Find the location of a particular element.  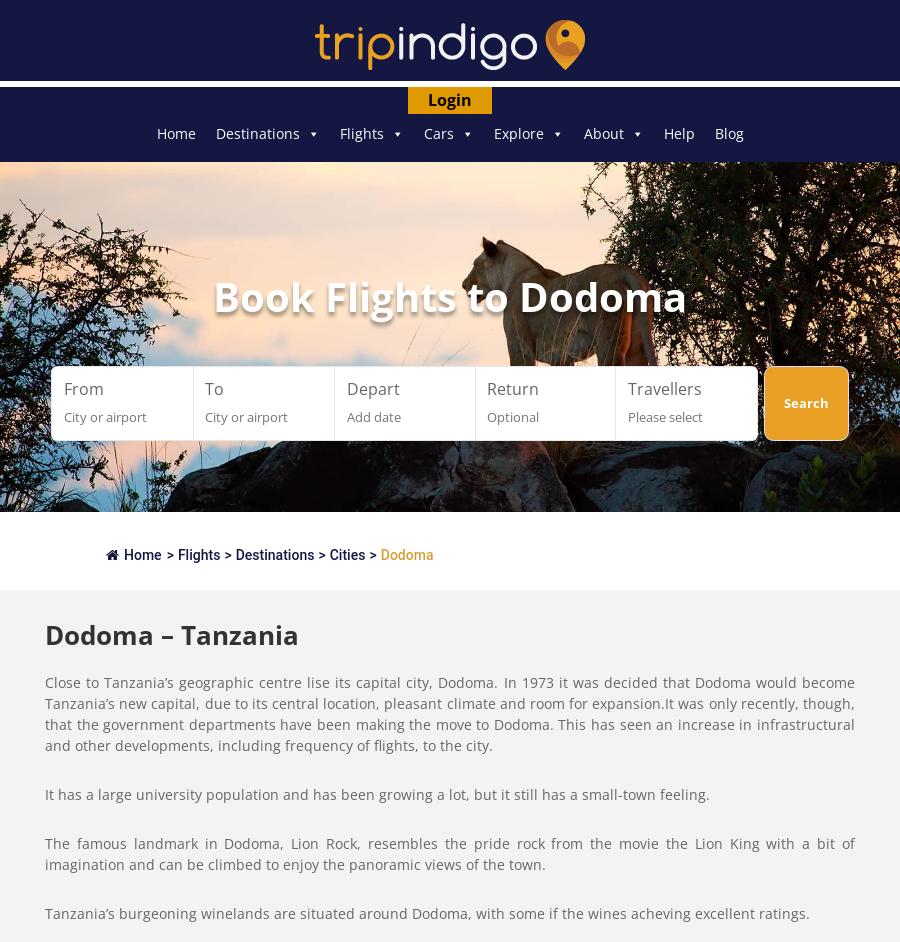

'Search' is located at coordinates (805, 402).